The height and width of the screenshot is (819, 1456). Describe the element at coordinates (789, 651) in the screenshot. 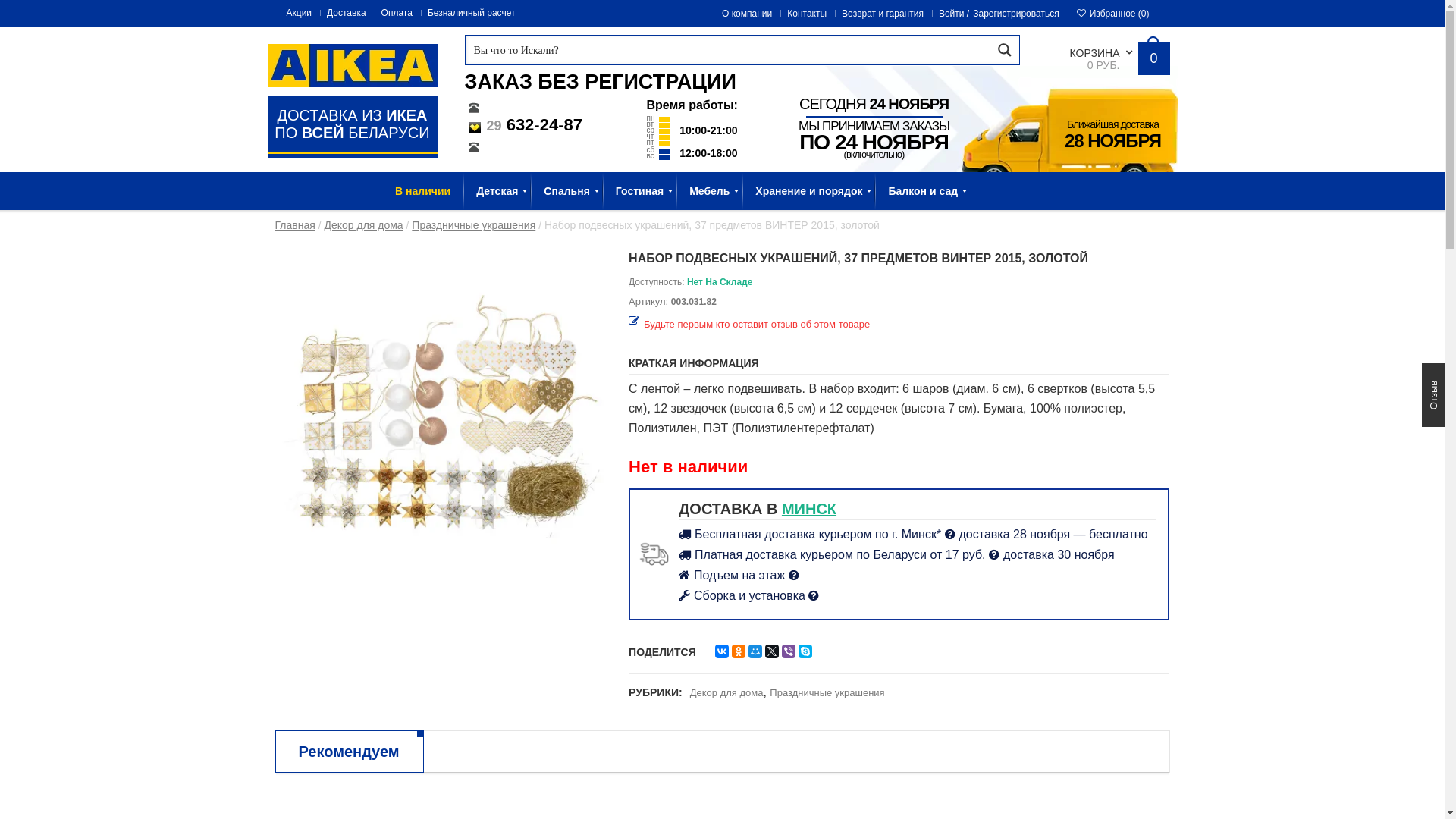

I see `'Viber'` at that location.